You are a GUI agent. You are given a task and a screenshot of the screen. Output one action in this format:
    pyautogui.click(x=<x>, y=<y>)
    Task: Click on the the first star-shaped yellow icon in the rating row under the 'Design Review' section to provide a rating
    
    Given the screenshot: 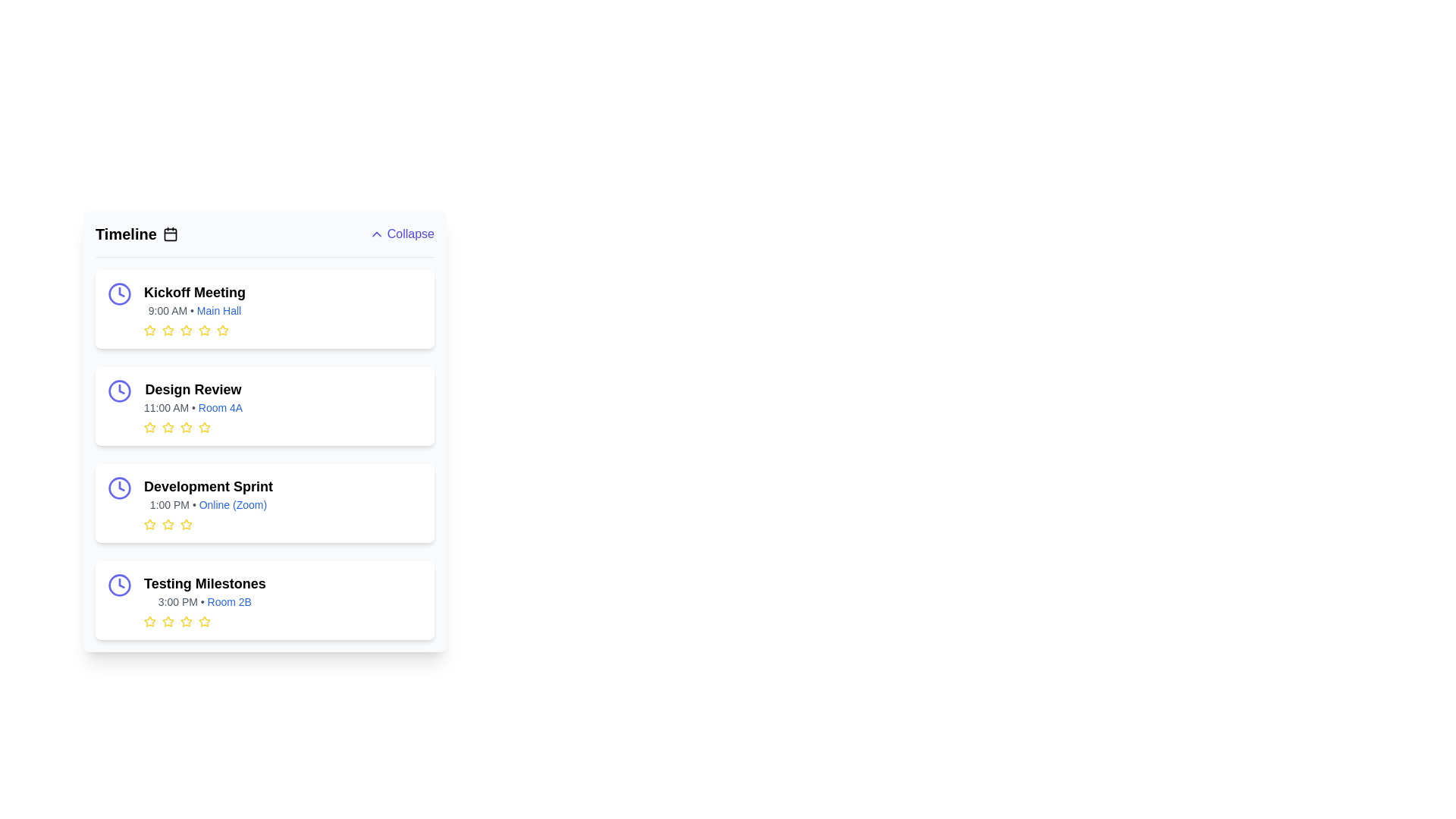 What is the action you would take?
    pyautogui.click(x=149, y=427)
    